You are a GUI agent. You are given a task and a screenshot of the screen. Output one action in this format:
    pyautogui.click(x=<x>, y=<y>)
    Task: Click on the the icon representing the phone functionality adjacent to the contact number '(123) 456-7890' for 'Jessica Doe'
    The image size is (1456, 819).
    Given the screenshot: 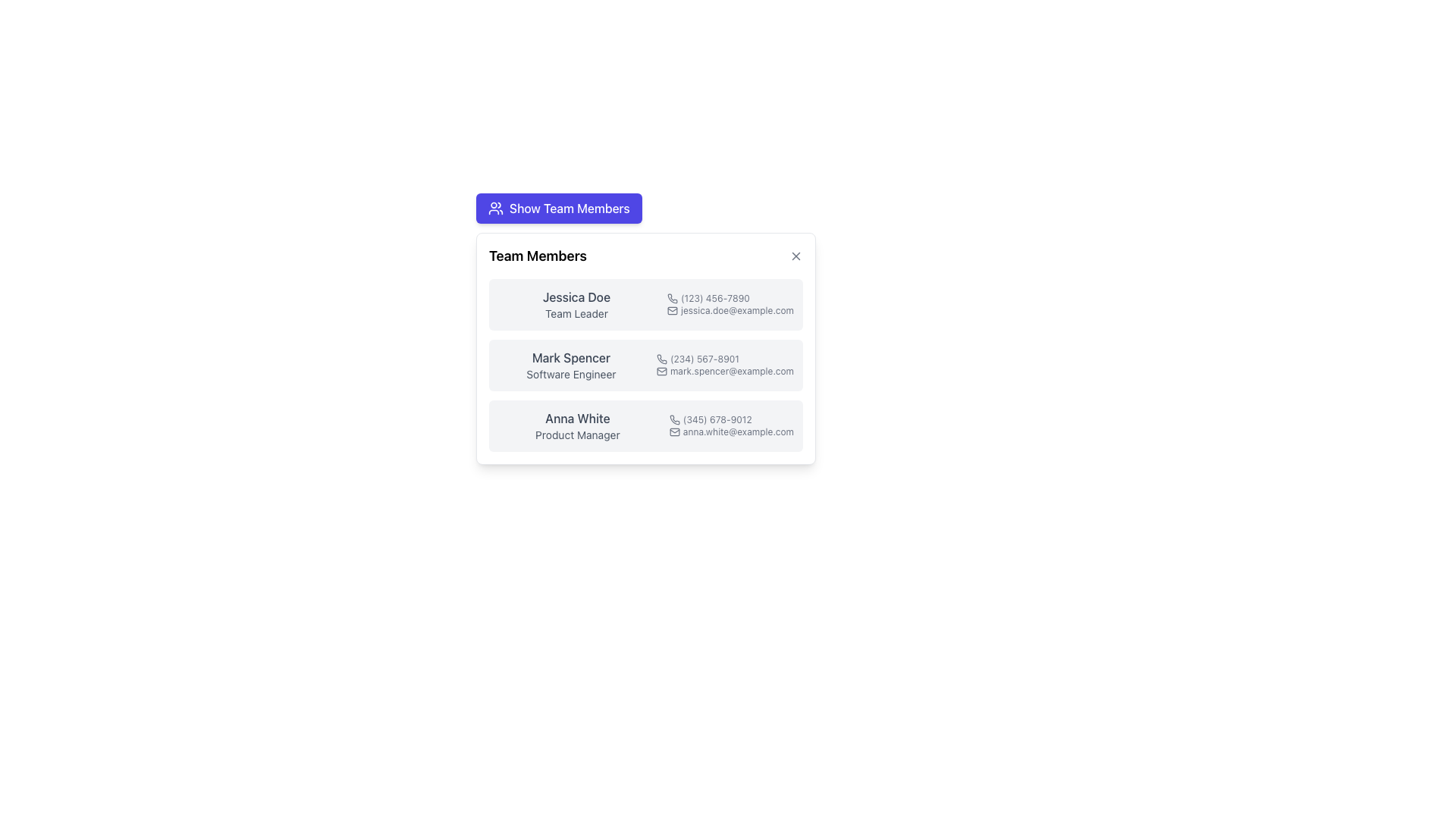 What is the action you would take?
    pyautogui.click(x=672, y=298)
    